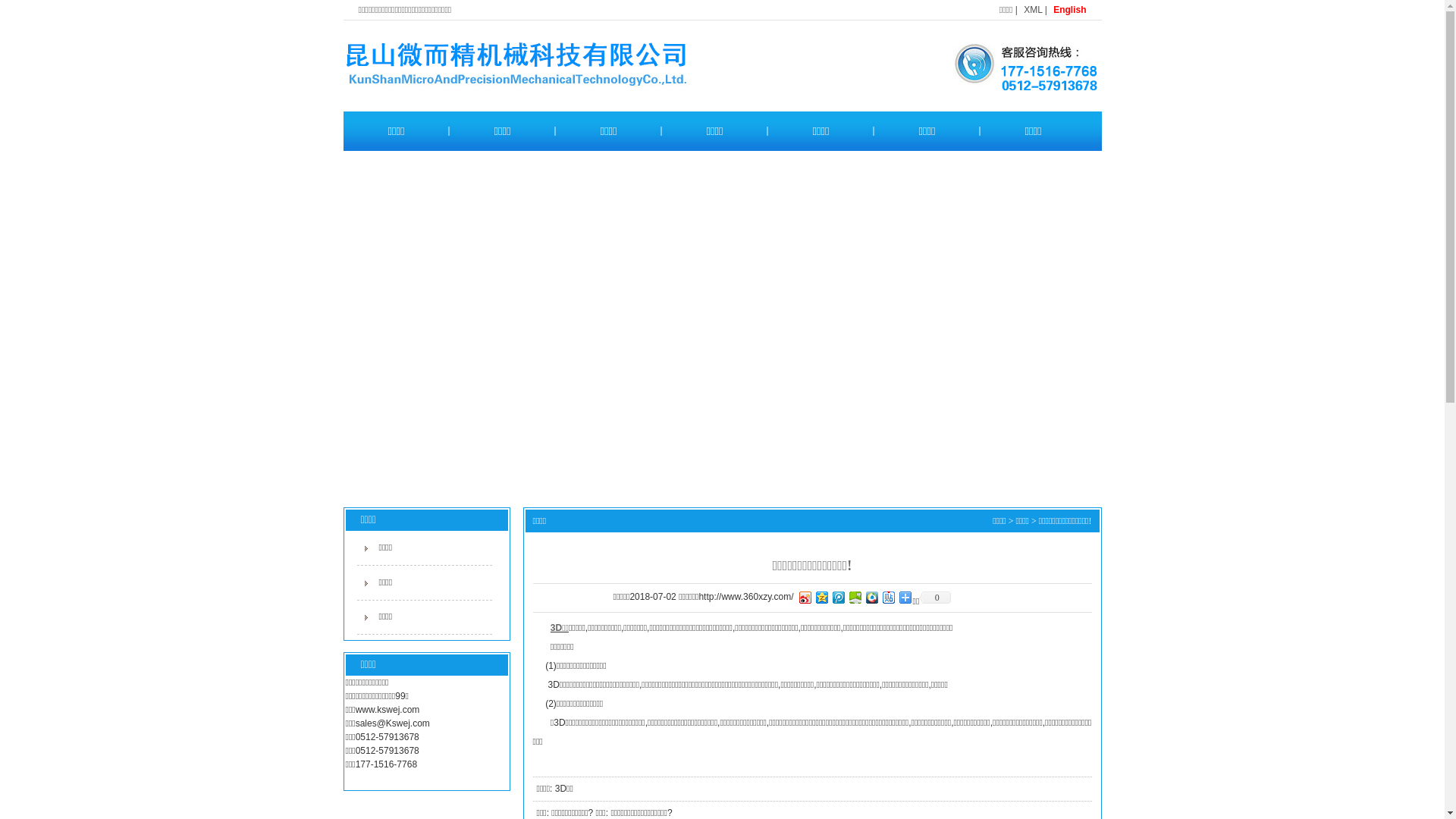 This screenshot has height=819, width=1456. I want to click on 'XML', so click(1032, 9).